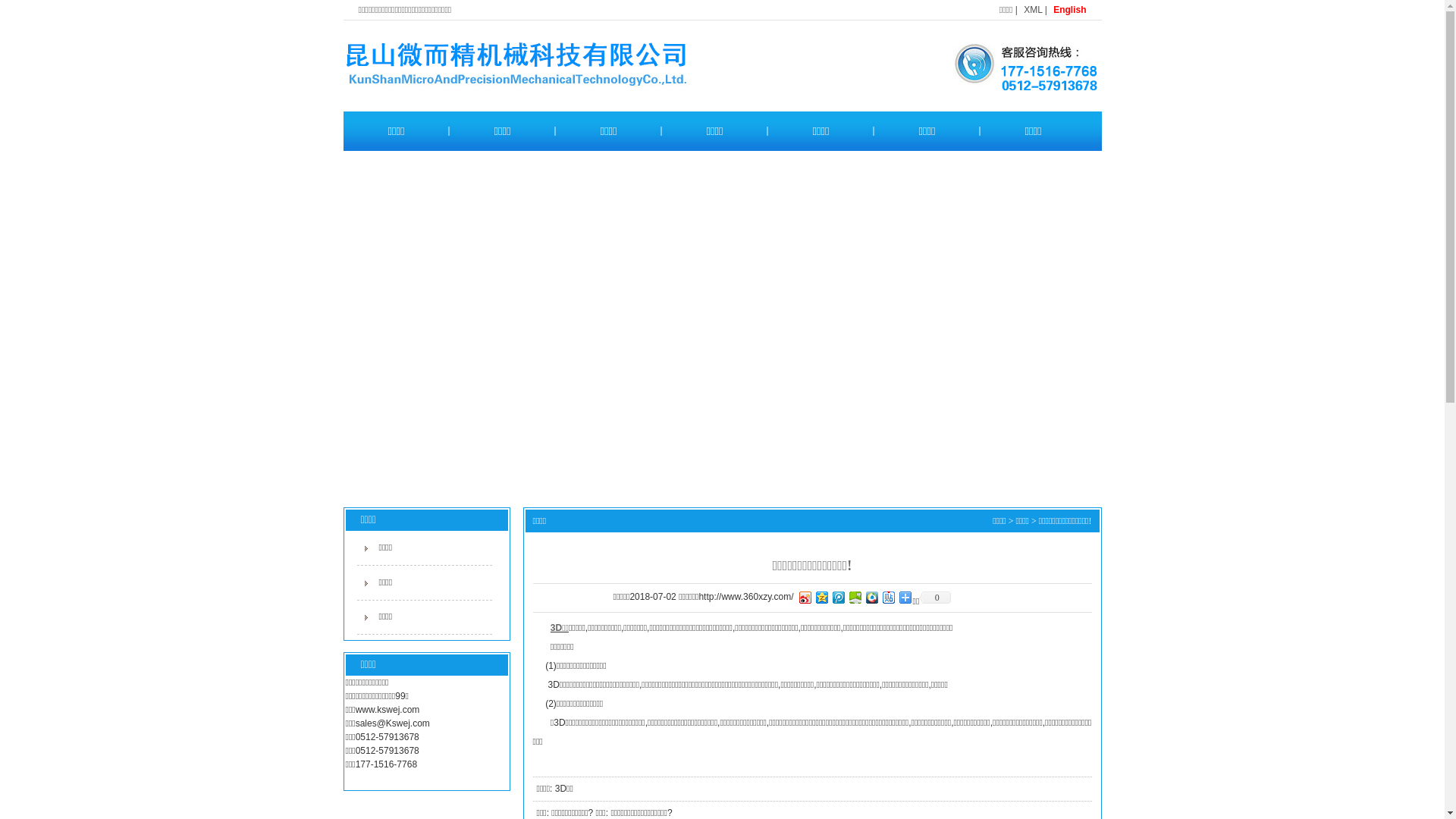 This screenshot has height=819, width=1456. I want to click on 'XML', so click(1032, 9).